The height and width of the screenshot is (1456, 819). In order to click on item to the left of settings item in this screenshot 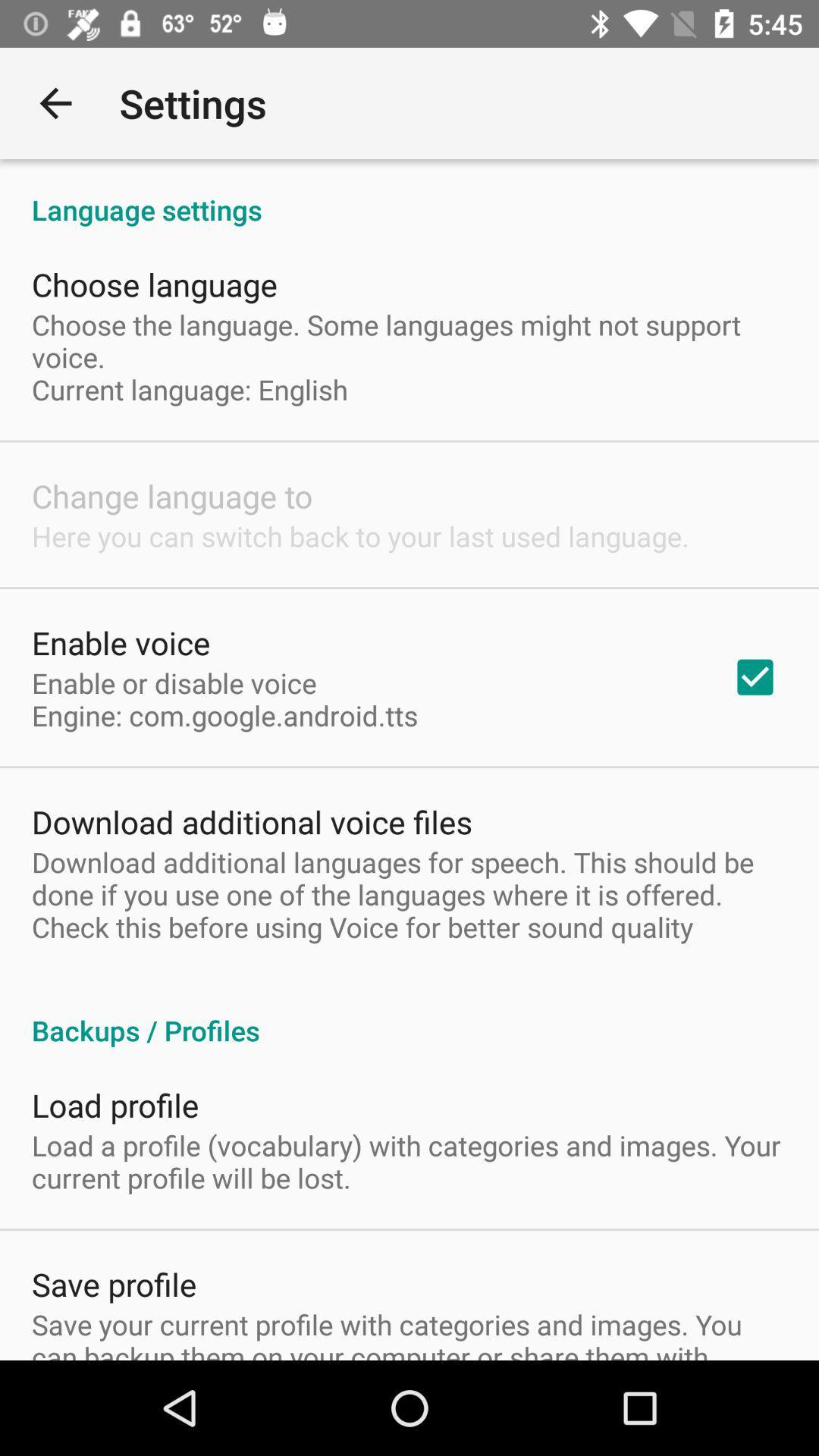, I will do `click(55, 102)`.